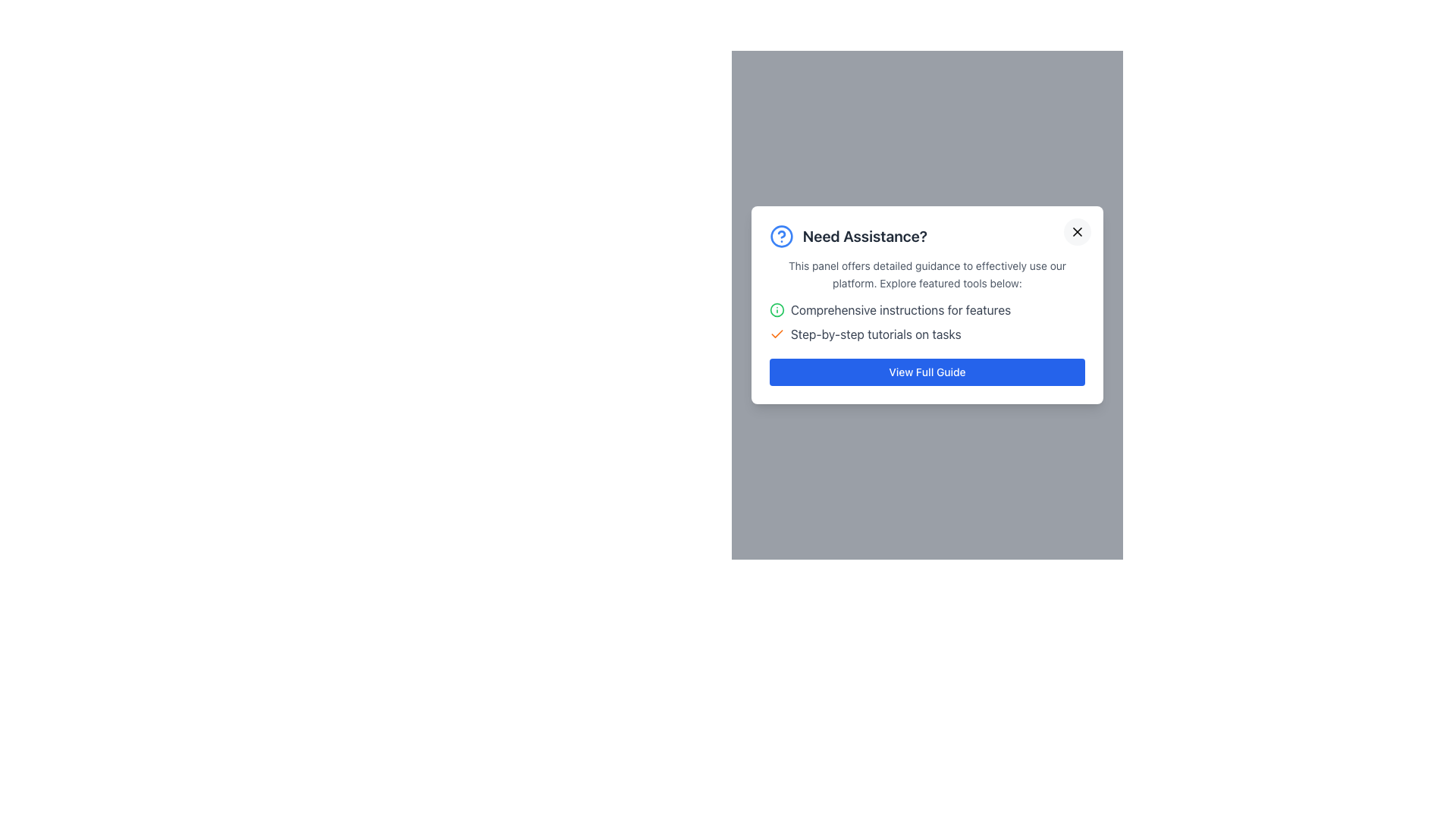 The height and width of the screenshot is (819, 1456). Describe the element at coordinates (781, 236) in the screenshot. I see `the help icon located to the left of the 'Need Assistance?' text in the header of the modal dialog box` at that location.